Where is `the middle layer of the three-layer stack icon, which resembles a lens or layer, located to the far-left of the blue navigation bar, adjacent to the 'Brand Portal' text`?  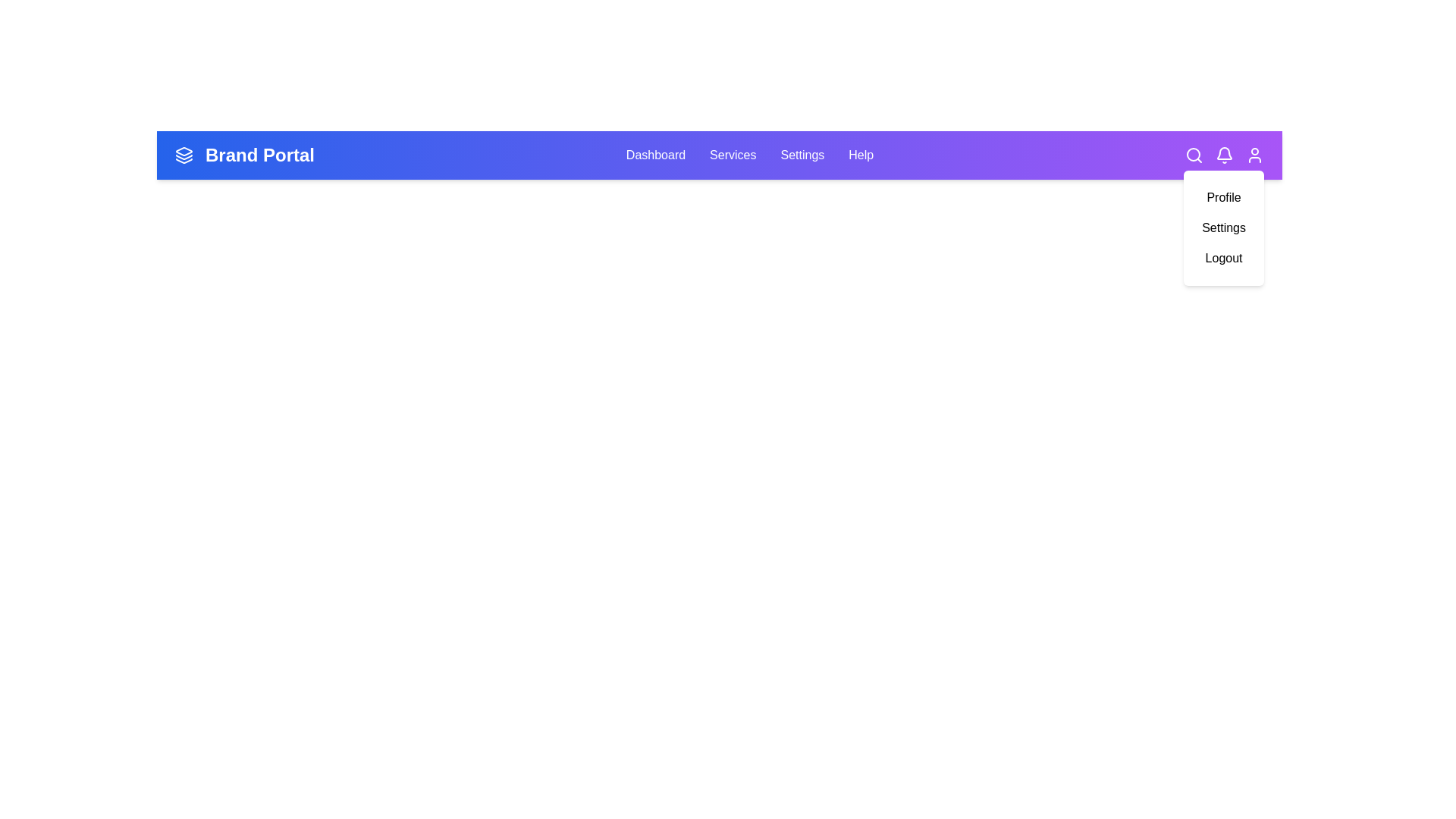
the middle layer of the three-layer stack icon, which resembles a lens or layer, located to the far-left of the blue navigation bar, adjacent to the 'Brand Portal' text is located at coordinates (184, 157).